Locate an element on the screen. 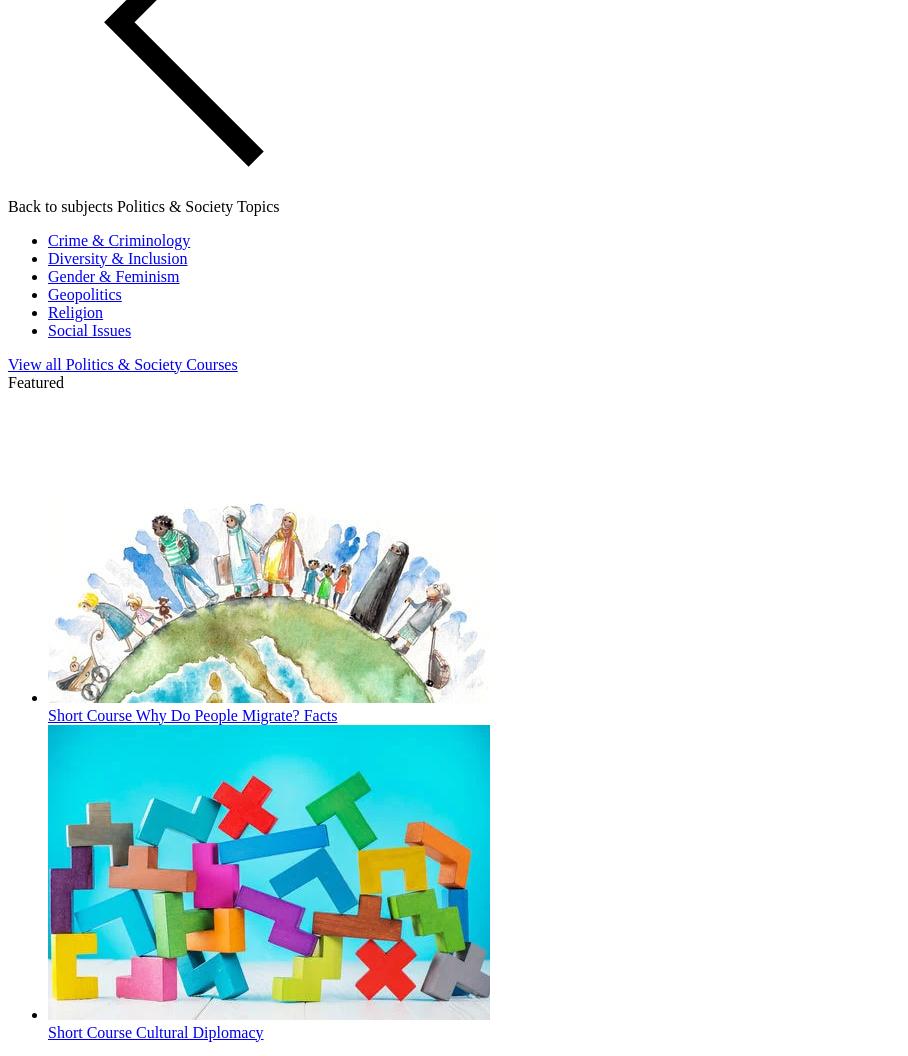 The height and width of the screenshot is (1056, 908). 'Cultural Diplomacy' is located at coordinates (199, 1030).